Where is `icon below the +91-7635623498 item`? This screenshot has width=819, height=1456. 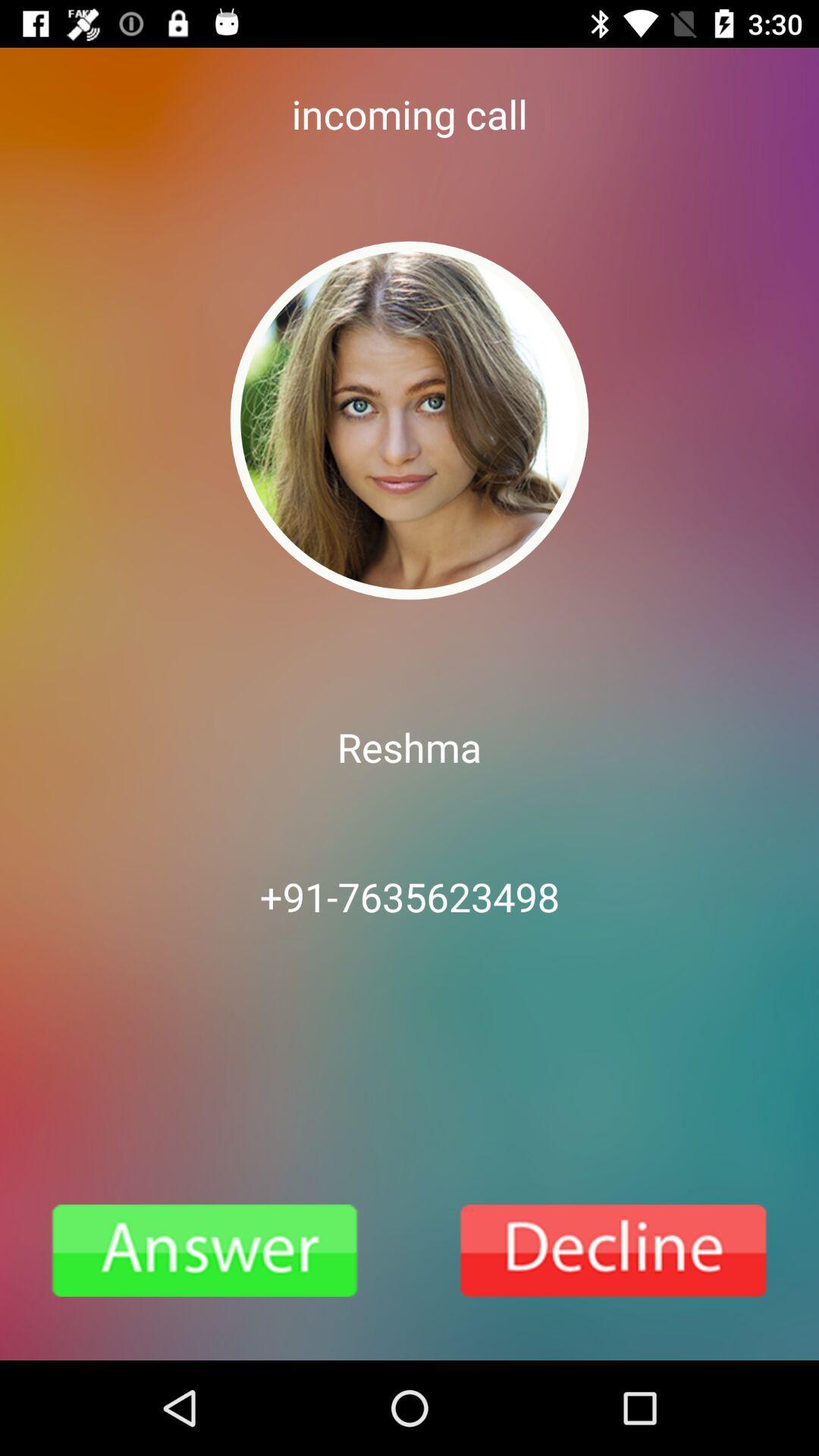
icon below the +91-7635623498 item is located at coordinates (205, 1250).